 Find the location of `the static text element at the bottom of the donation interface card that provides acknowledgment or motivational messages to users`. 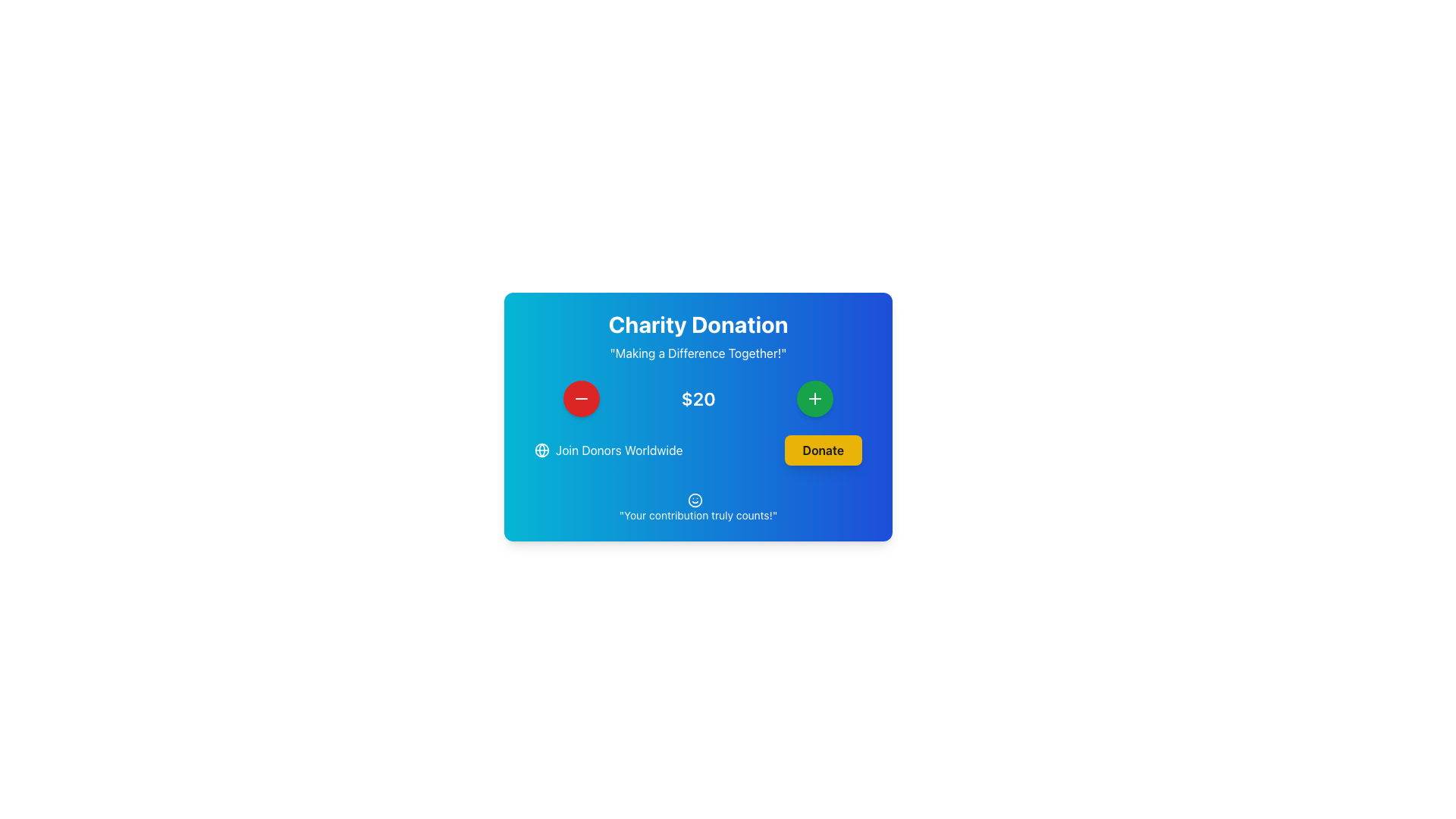

the static text element at the bottom of the donation interface card that provides acknowledgment or motivational messages to users is located at coordinates (698, 514).